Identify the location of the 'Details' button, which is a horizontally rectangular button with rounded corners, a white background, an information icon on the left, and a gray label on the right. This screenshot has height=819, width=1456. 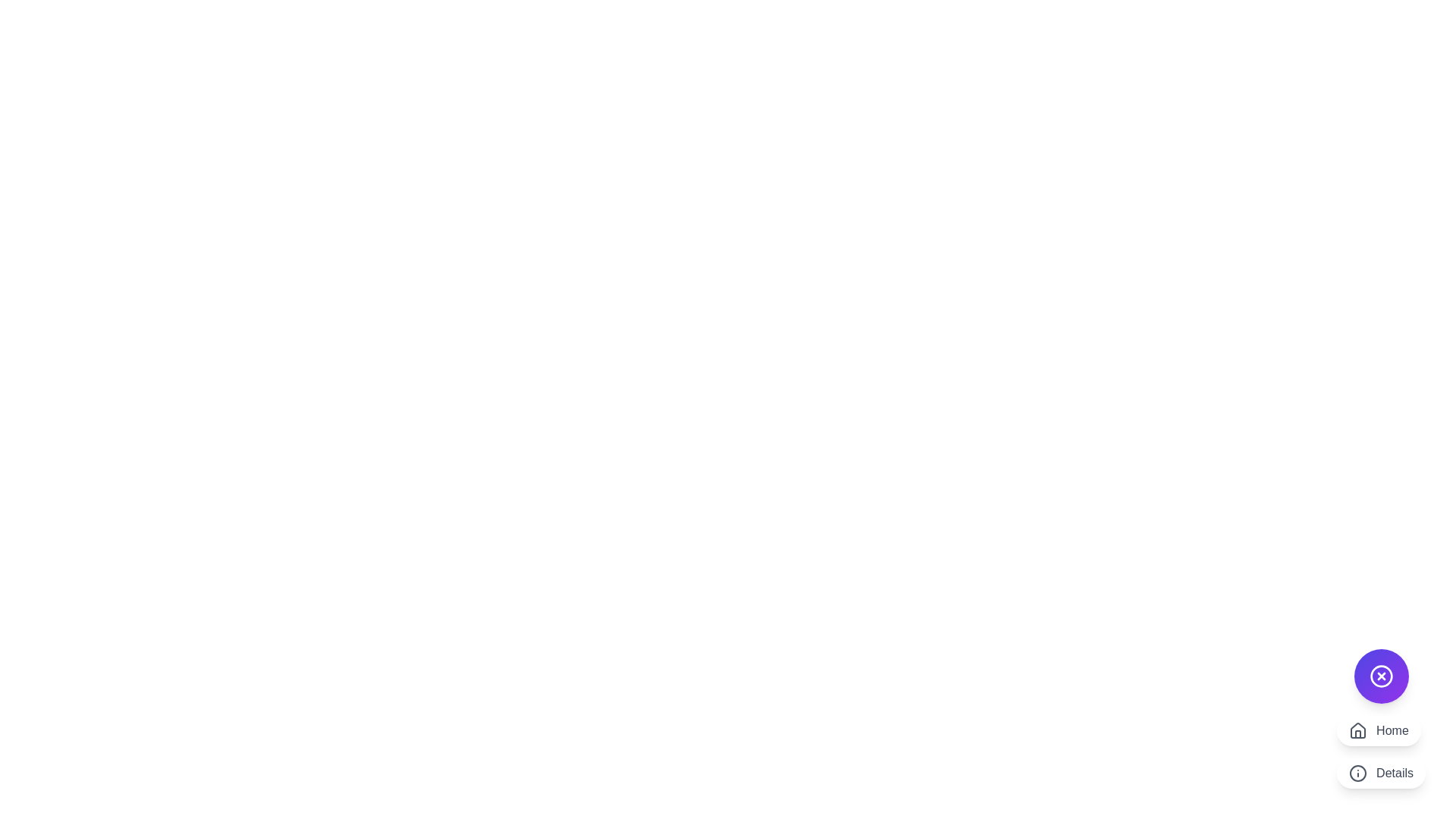
(1381, 773).